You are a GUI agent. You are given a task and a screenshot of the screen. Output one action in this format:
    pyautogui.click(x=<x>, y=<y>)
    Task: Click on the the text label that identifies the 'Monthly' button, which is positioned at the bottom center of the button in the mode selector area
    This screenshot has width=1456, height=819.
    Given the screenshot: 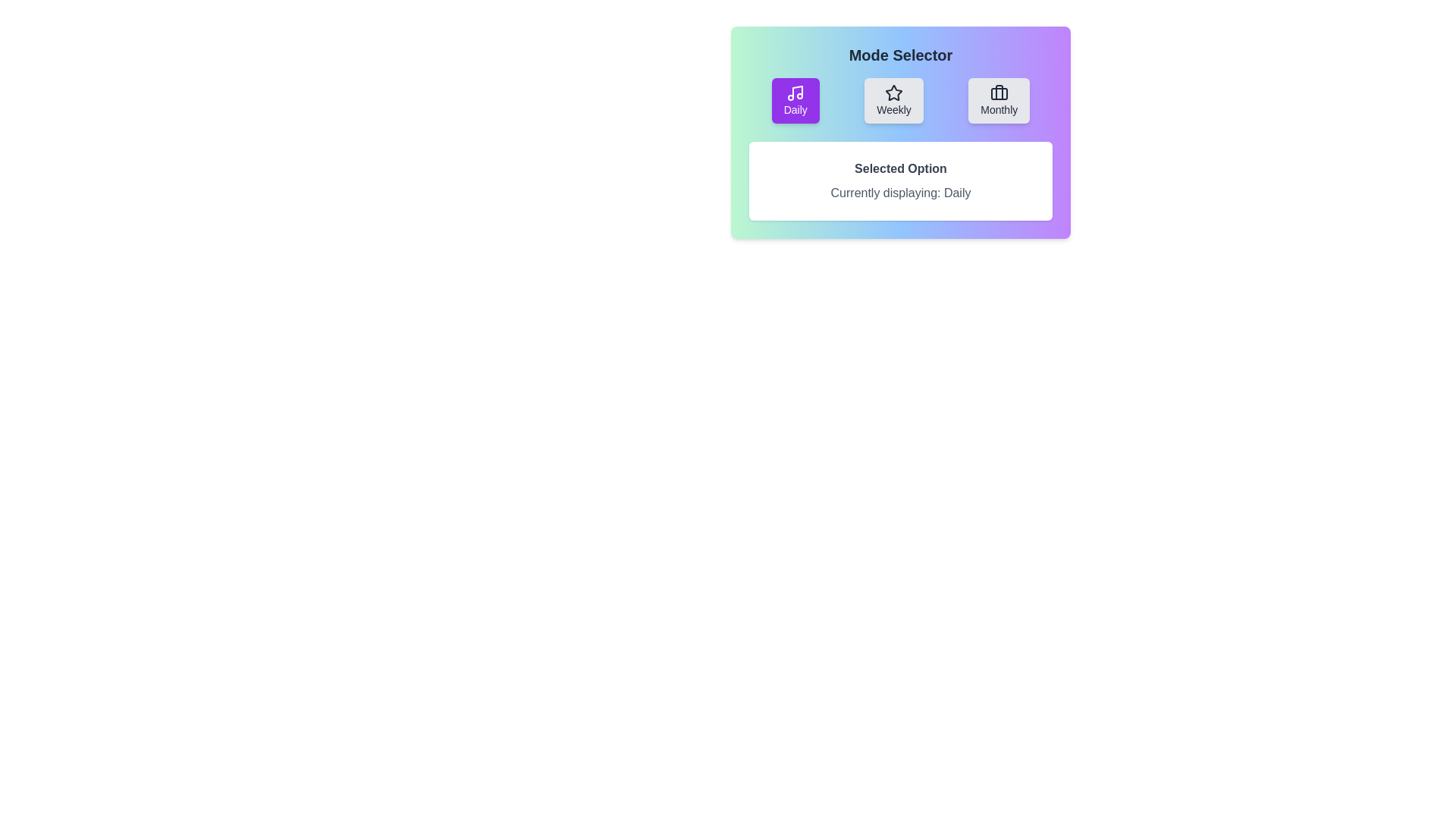 What is the action you would take?
    pyautogui.click(x=999, y=109)
    